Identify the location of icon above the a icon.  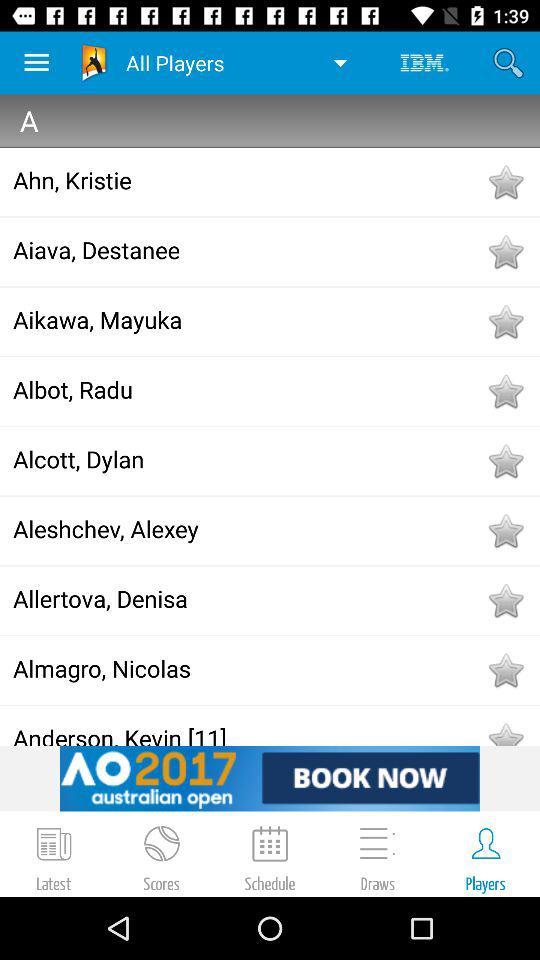
(36, 62).